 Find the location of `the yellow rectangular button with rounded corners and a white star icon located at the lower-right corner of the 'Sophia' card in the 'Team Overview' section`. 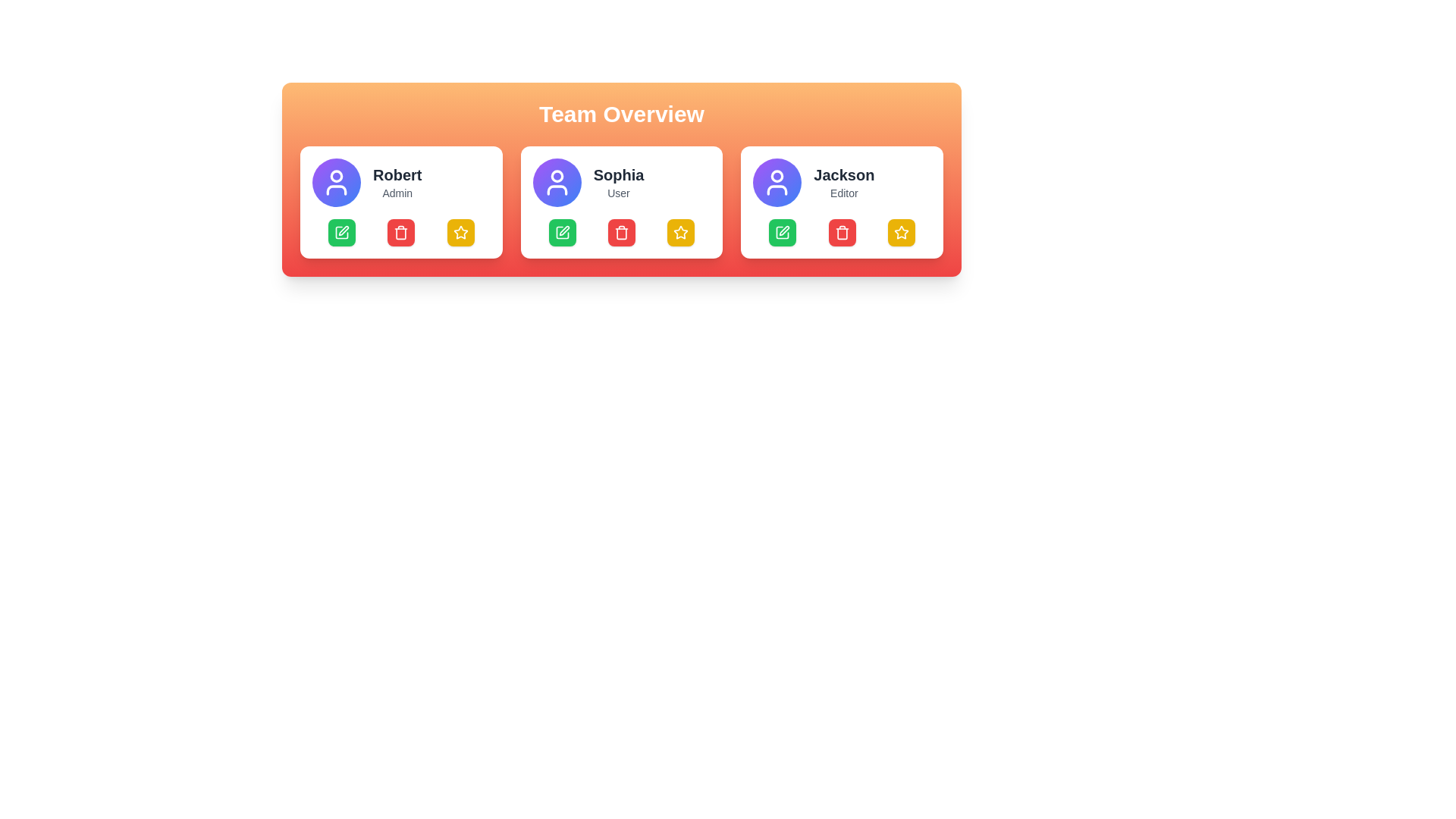

the yellow rectangular button with rounded corners and a white star icon located at the lower-right corner of the 'Sophia' card in the 'Team Overview' section is located at coordinates (680, 233).